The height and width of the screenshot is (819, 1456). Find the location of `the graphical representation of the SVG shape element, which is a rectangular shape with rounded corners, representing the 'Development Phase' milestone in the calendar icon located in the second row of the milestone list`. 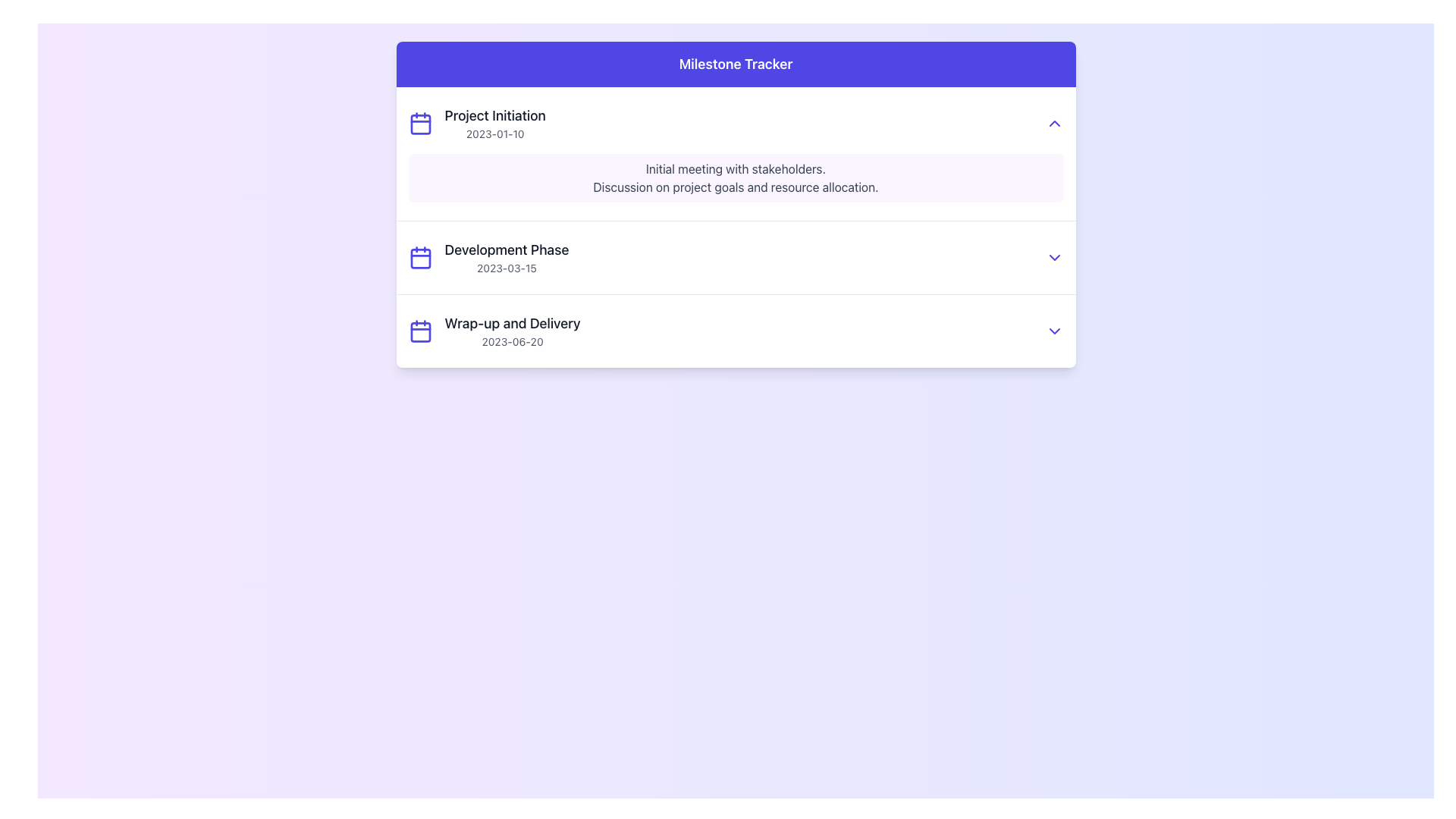

the graphical representation of the SVG shape element, which is a rectangular shape with rounded corners, representing the 'Development Phase' milestone in the calendar icon located in the second row of the milestone list is located at coordinates (420, 258).